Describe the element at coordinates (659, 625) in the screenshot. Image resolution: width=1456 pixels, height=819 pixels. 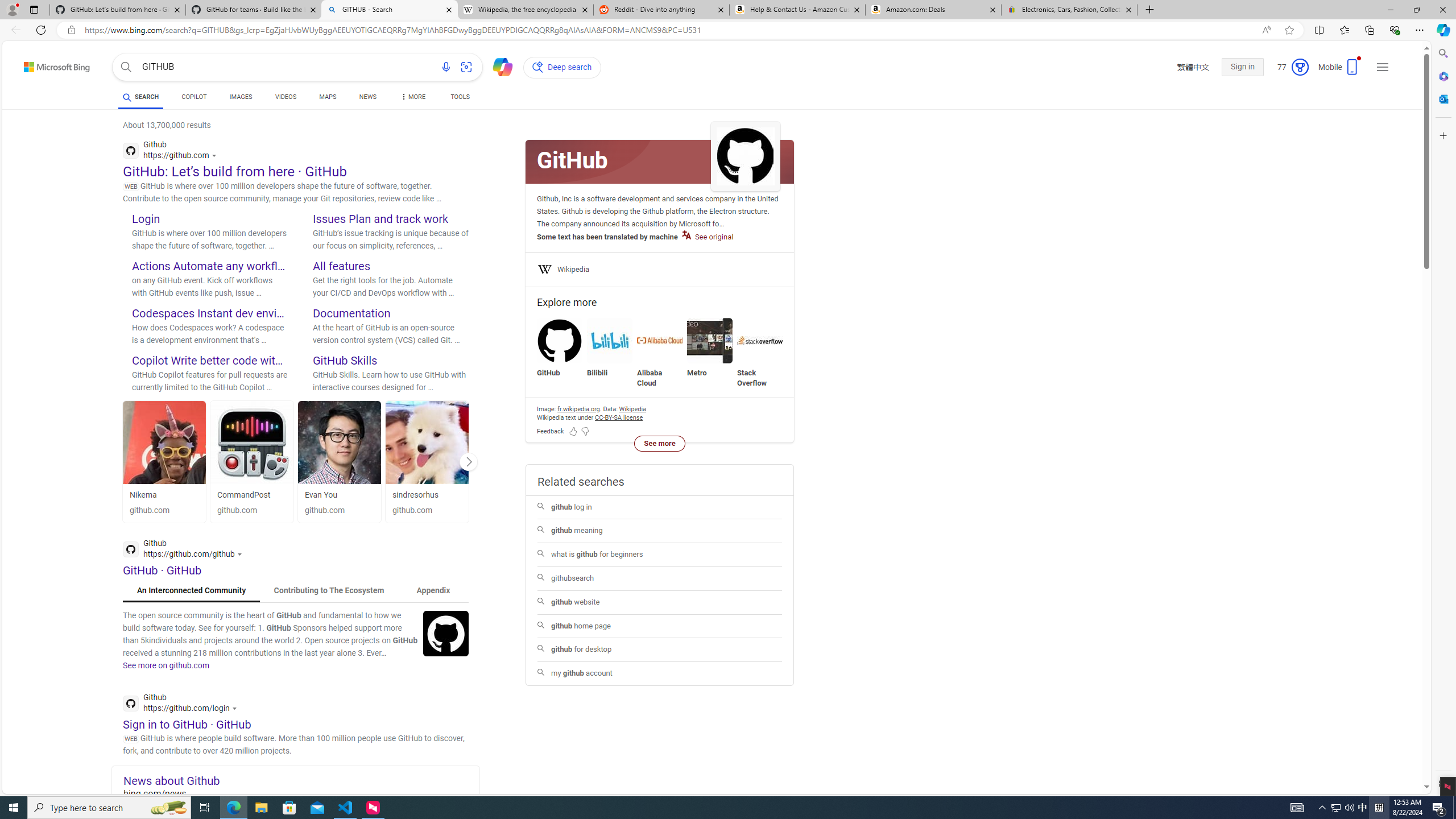
I see `'github home page'` at that location.